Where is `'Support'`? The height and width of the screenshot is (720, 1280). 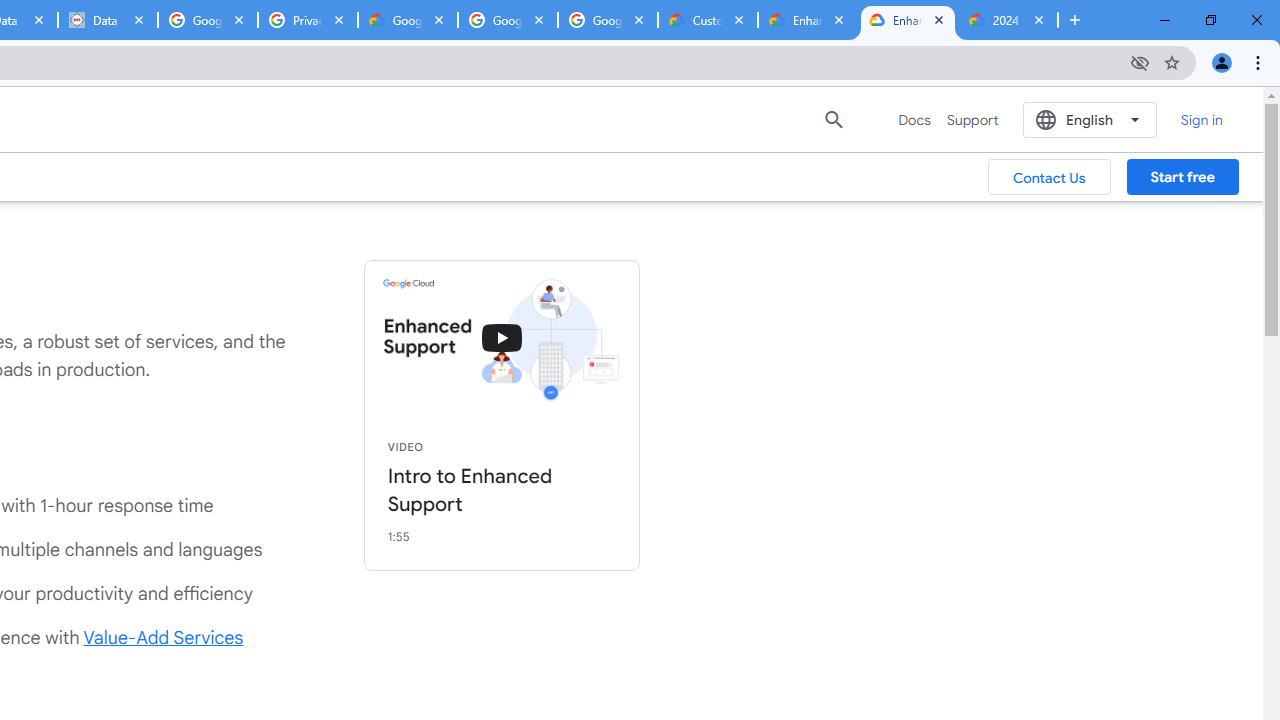
'Support' is located at coordinates (972, 119).